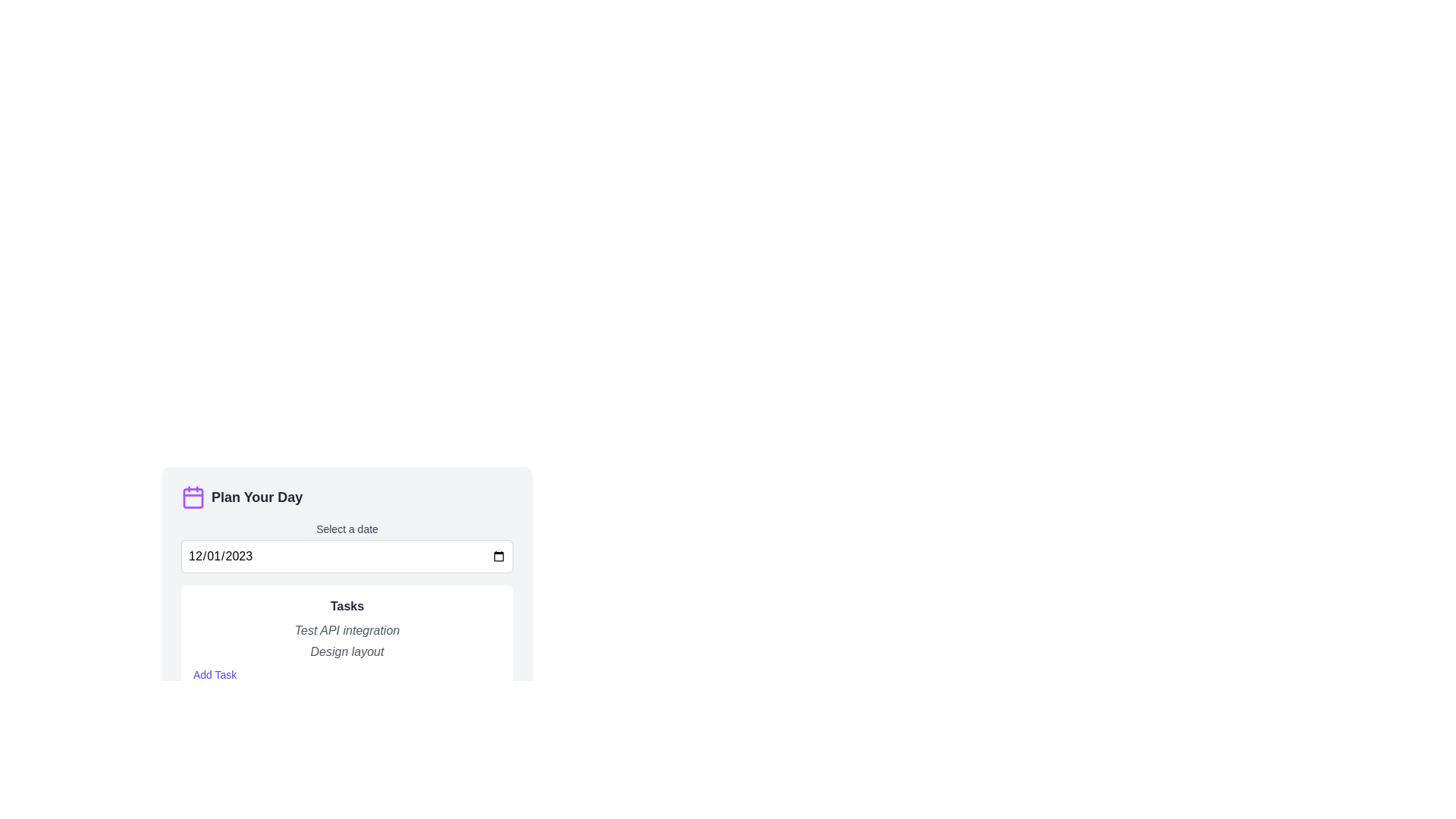 This screenshot has height=819, width=1456. Describe the element at coordinates (214, 674) in the screenshot. I see `the 'Add Task' link, which is styled as blue underlined text located at the bottom of the 'Tasks' section` at that location.